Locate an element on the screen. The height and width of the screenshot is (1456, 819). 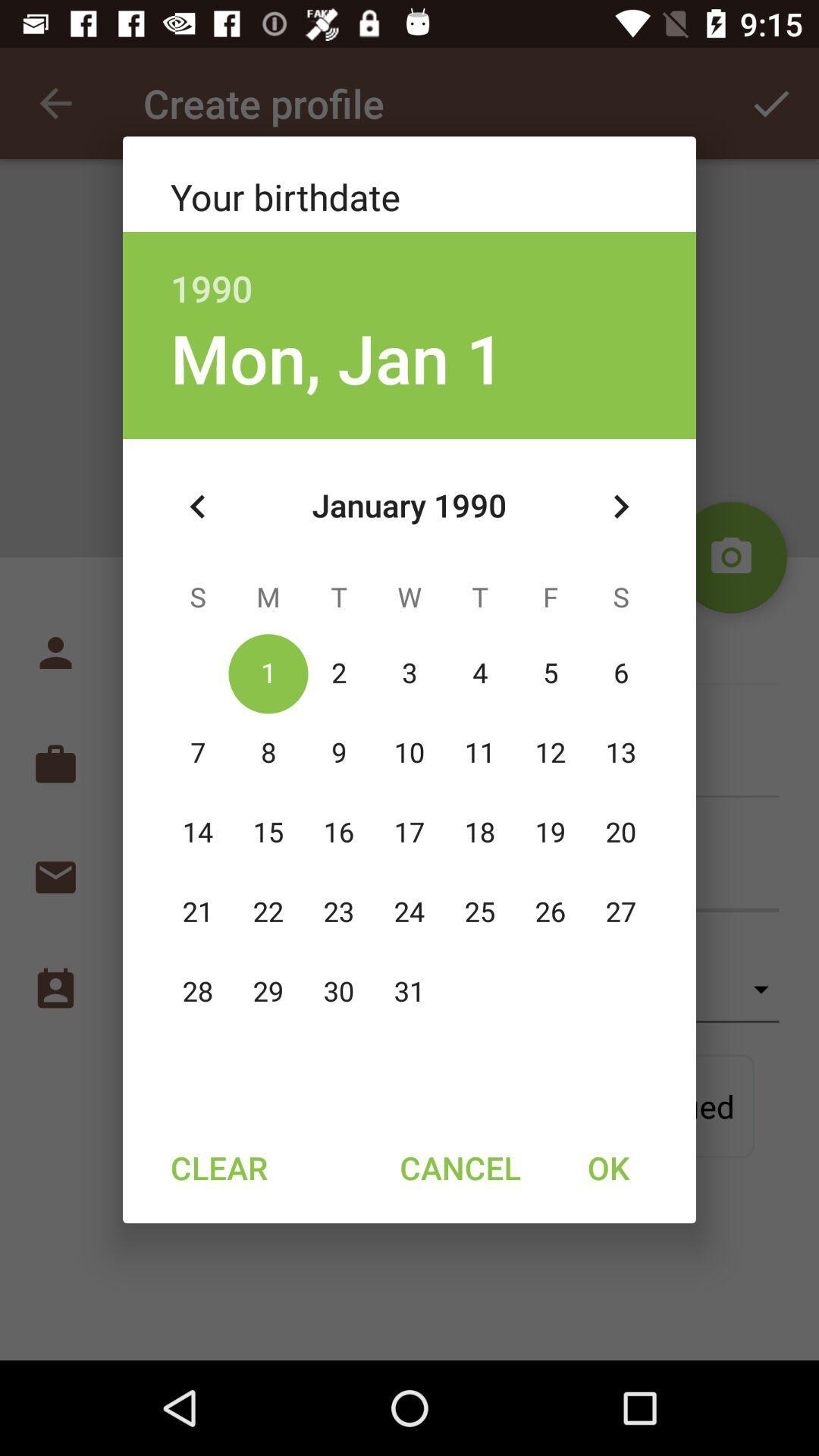
the item to the right of clear is located at coordinates (460, 1166).